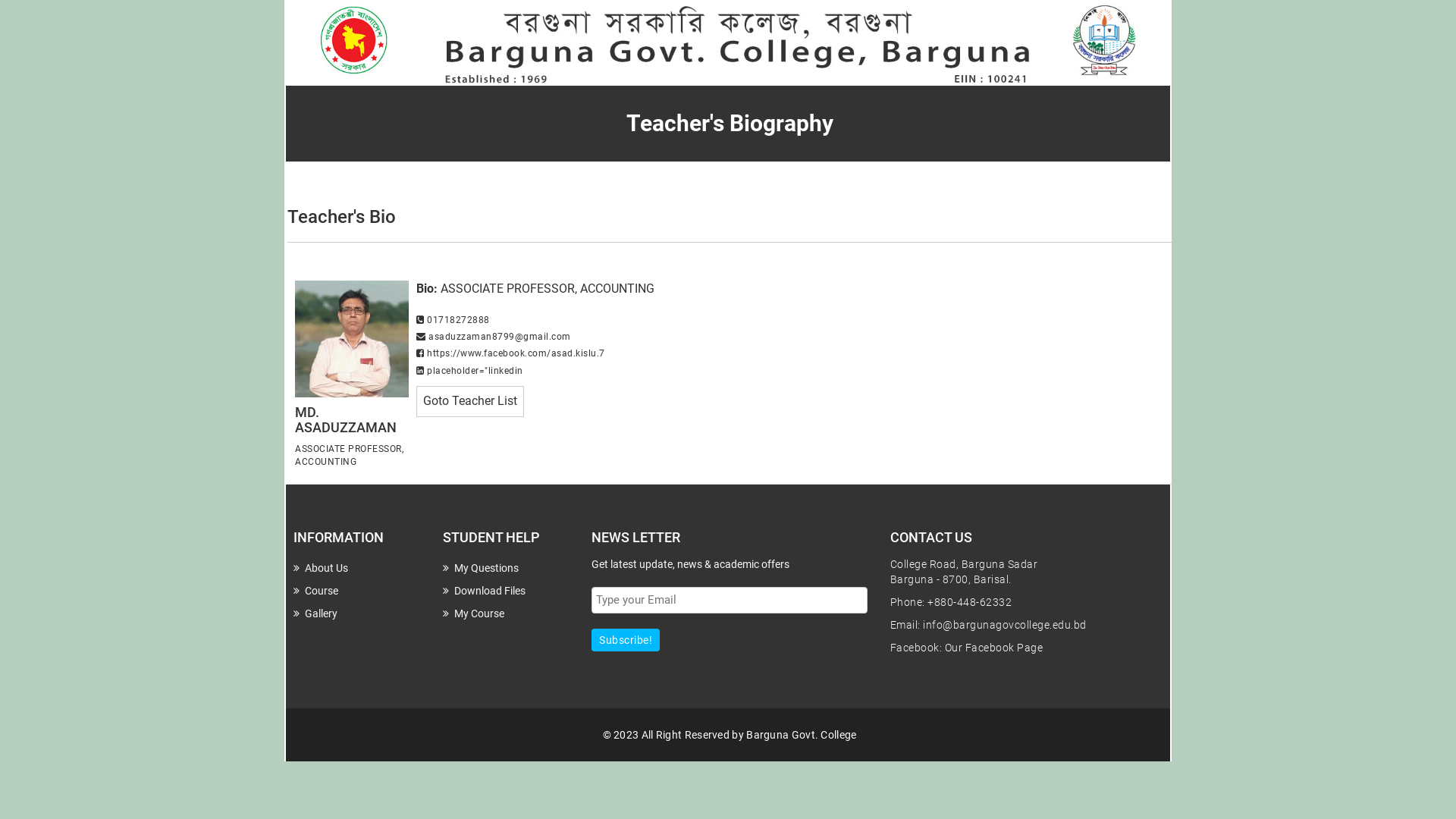  Describe the element at coordinates (442, 567) in the screenshot. I see `'My Questions'` at that location.